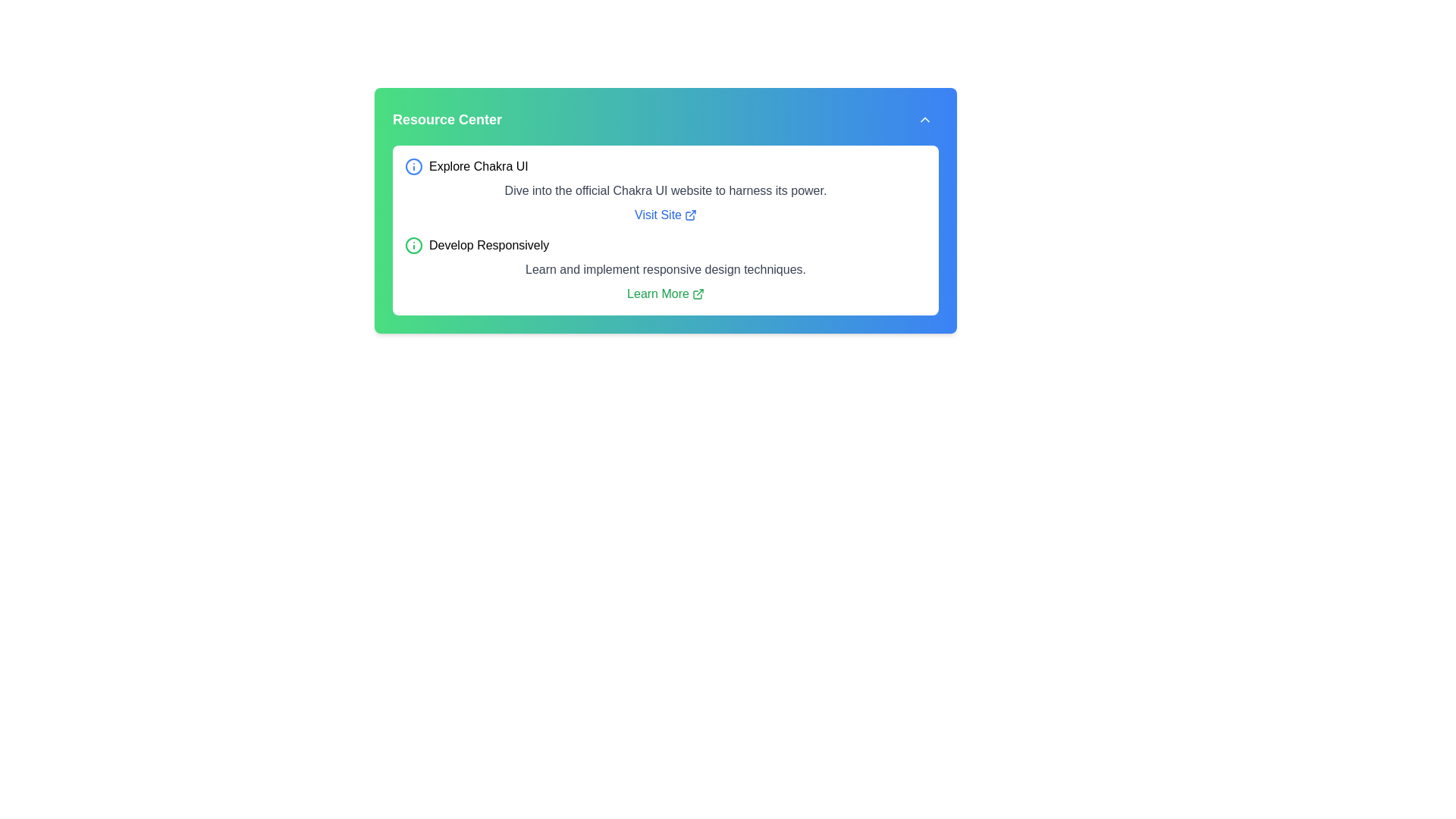 This screenshot has height=819, width=1456. Describe the element at coordinates (414, 245) in the screenshot. I see `the green circular icon with a white center resembling an info symbol, located to the left of the text 'Develop Responsively'` at that location.